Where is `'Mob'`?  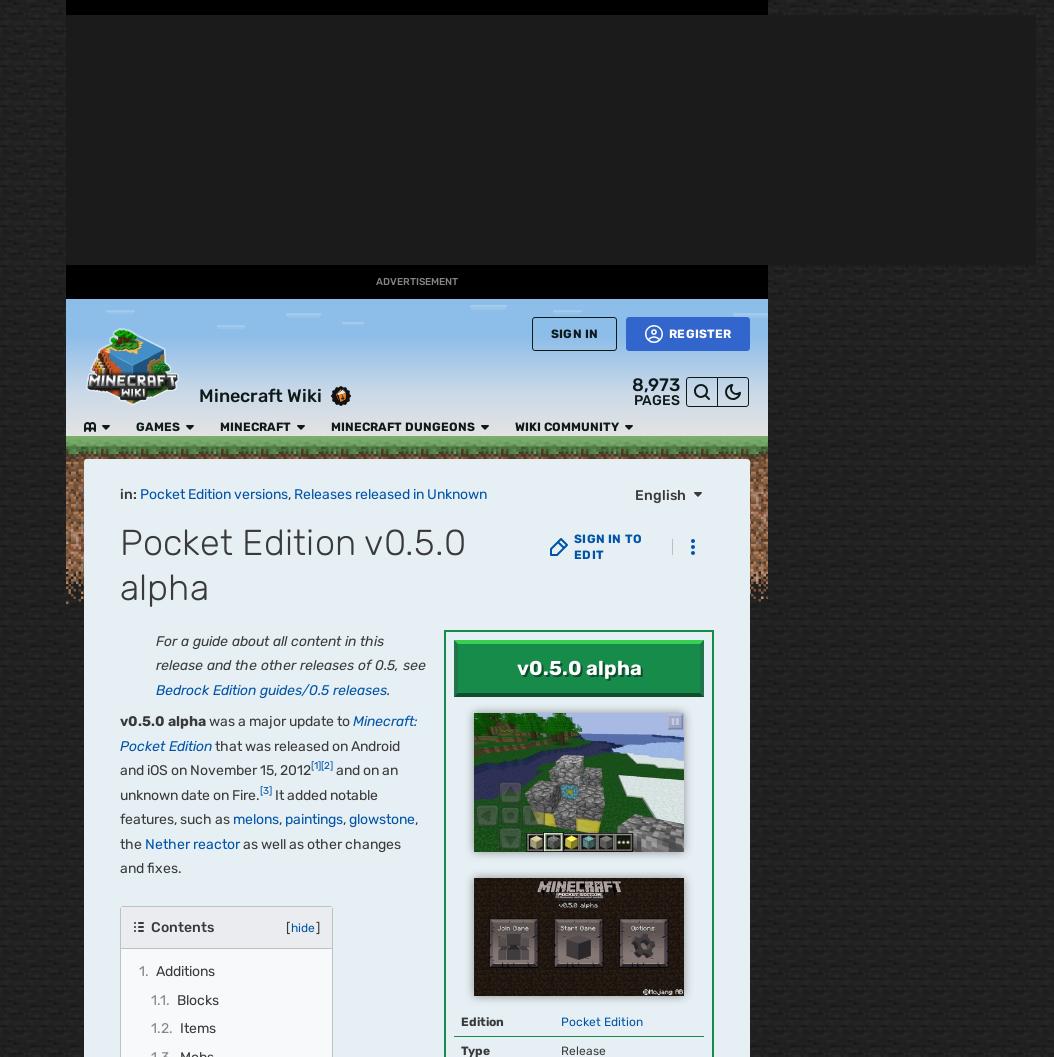
'Mob' is located at coordinates (507, 685).